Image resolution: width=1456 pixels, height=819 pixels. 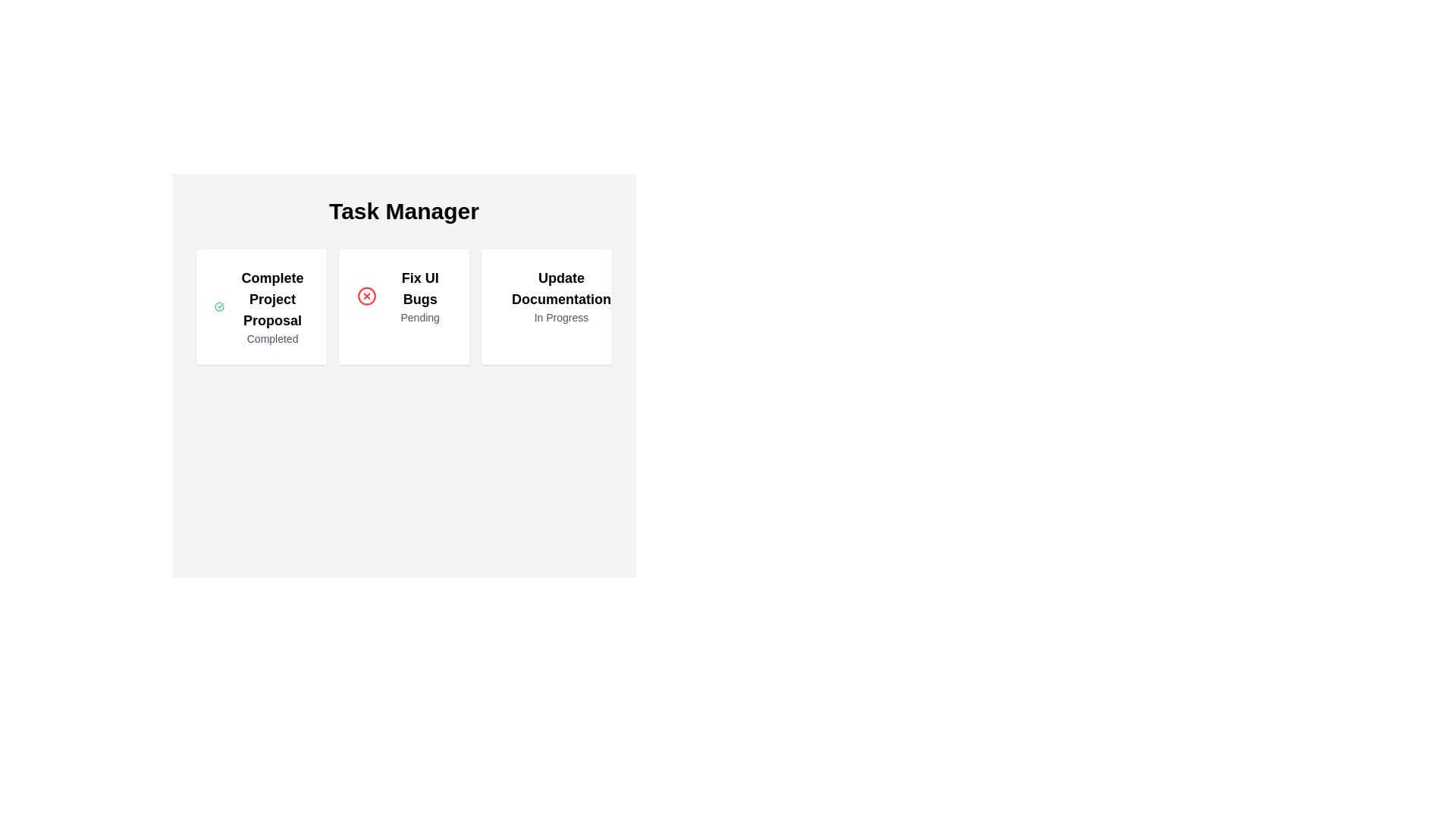 I want to click on the text label displaying the task title 'Update Documentation In Progress' located at the top of the rightmost card under the 'Task Manager' heading, so click(x=560, y=289).